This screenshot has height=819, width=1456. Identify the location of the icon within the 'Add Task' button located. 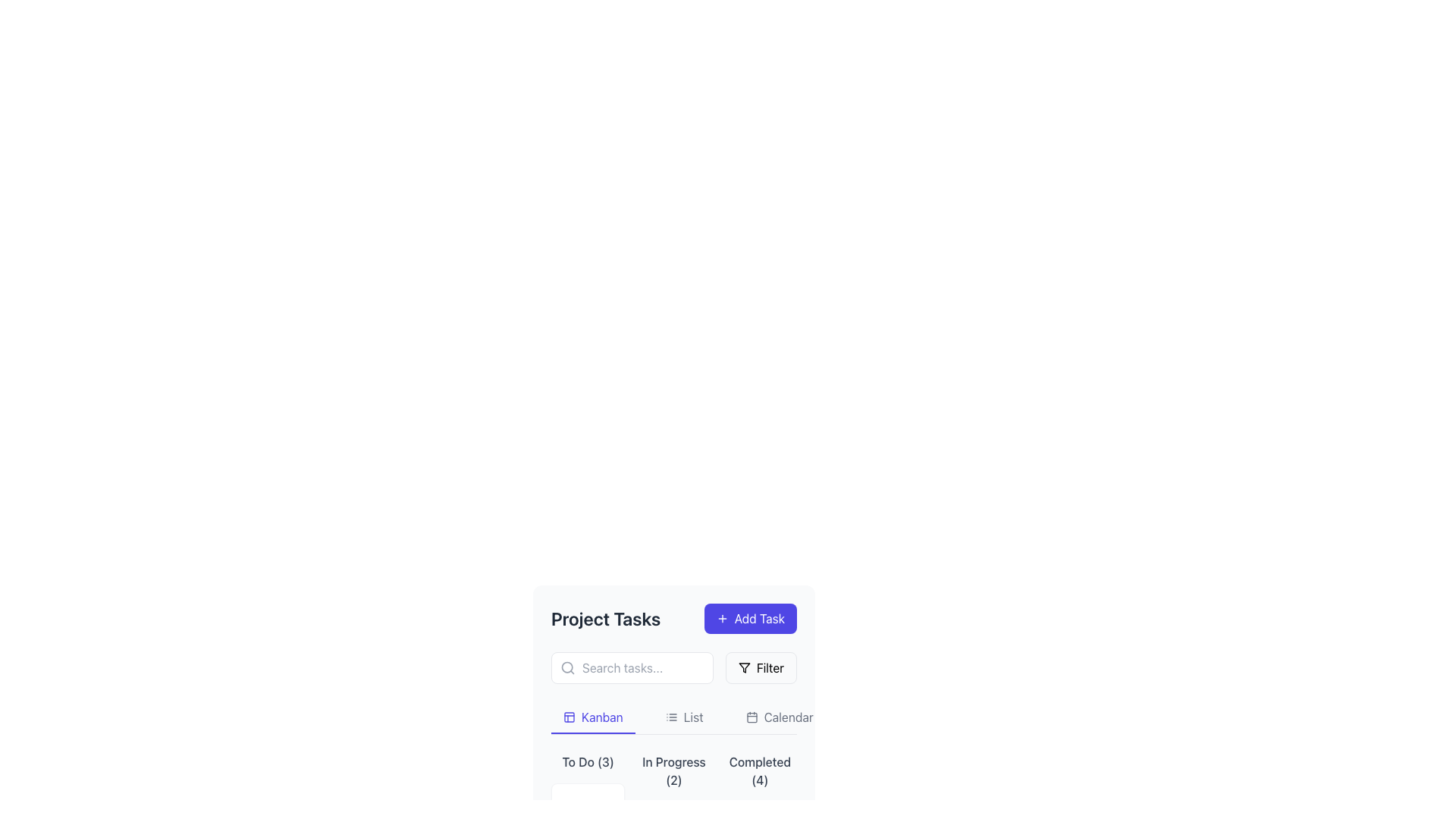
(721, 619).